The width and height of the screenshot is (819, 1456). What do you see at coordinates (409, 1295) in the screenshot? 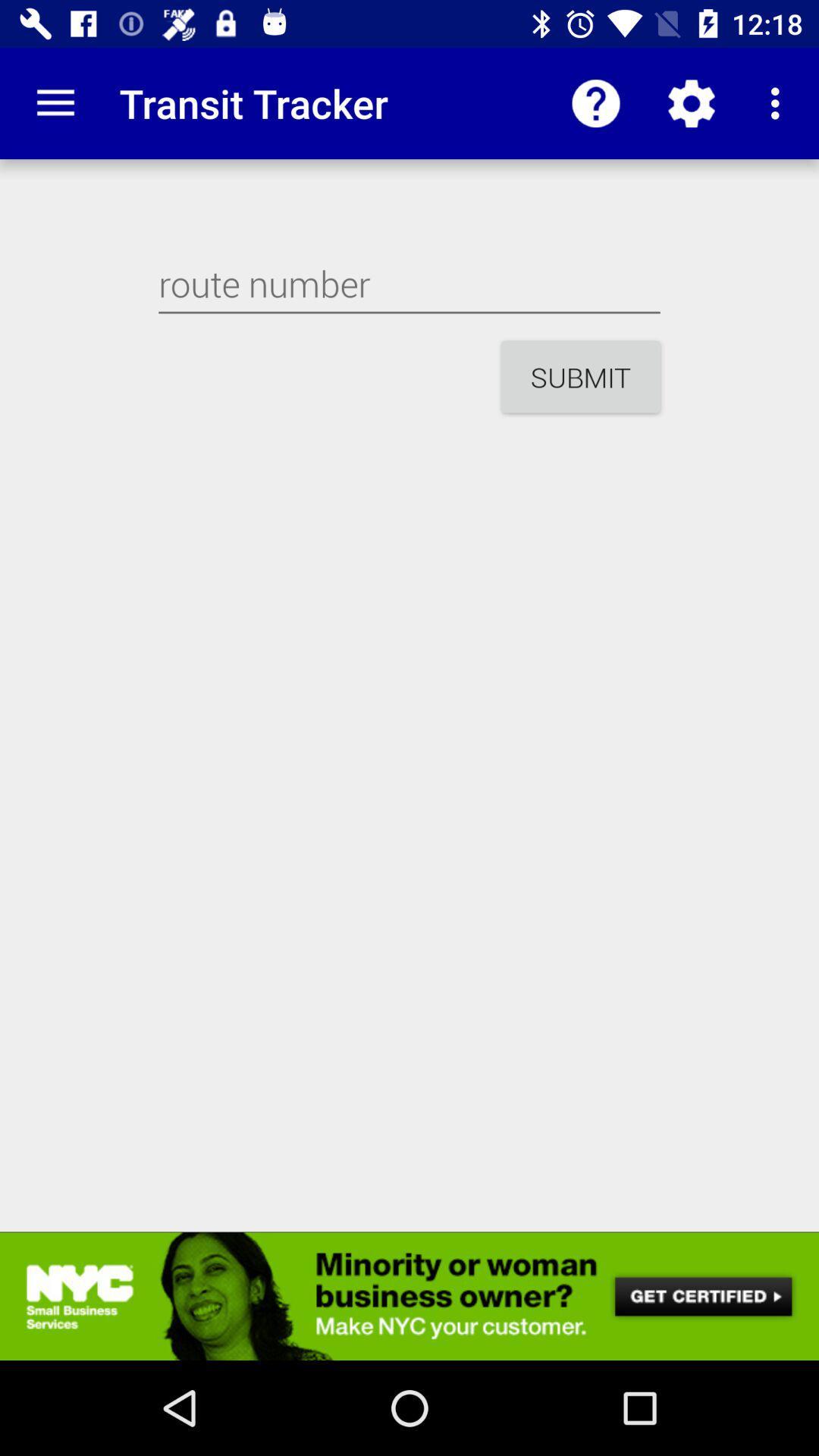
I see `small business services add` at bounding box center [409, 1295].